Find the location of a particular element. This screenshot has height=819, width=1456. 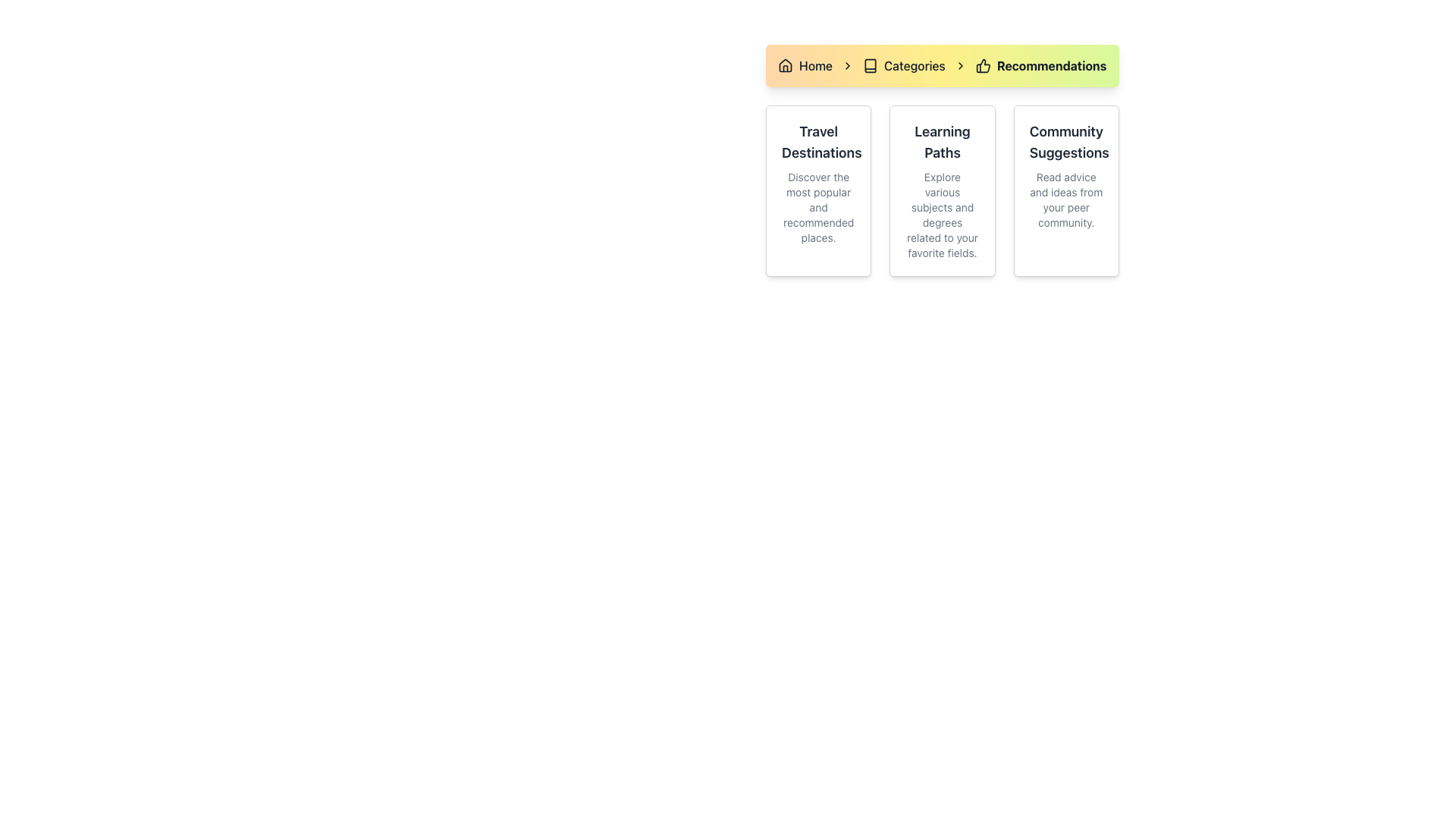

the Text Header element that displays 'Learning' and 'Paths', which is styled in a larger bold font, located in the center of the second column of a three-column card grid is located at coordinates (942, 143).